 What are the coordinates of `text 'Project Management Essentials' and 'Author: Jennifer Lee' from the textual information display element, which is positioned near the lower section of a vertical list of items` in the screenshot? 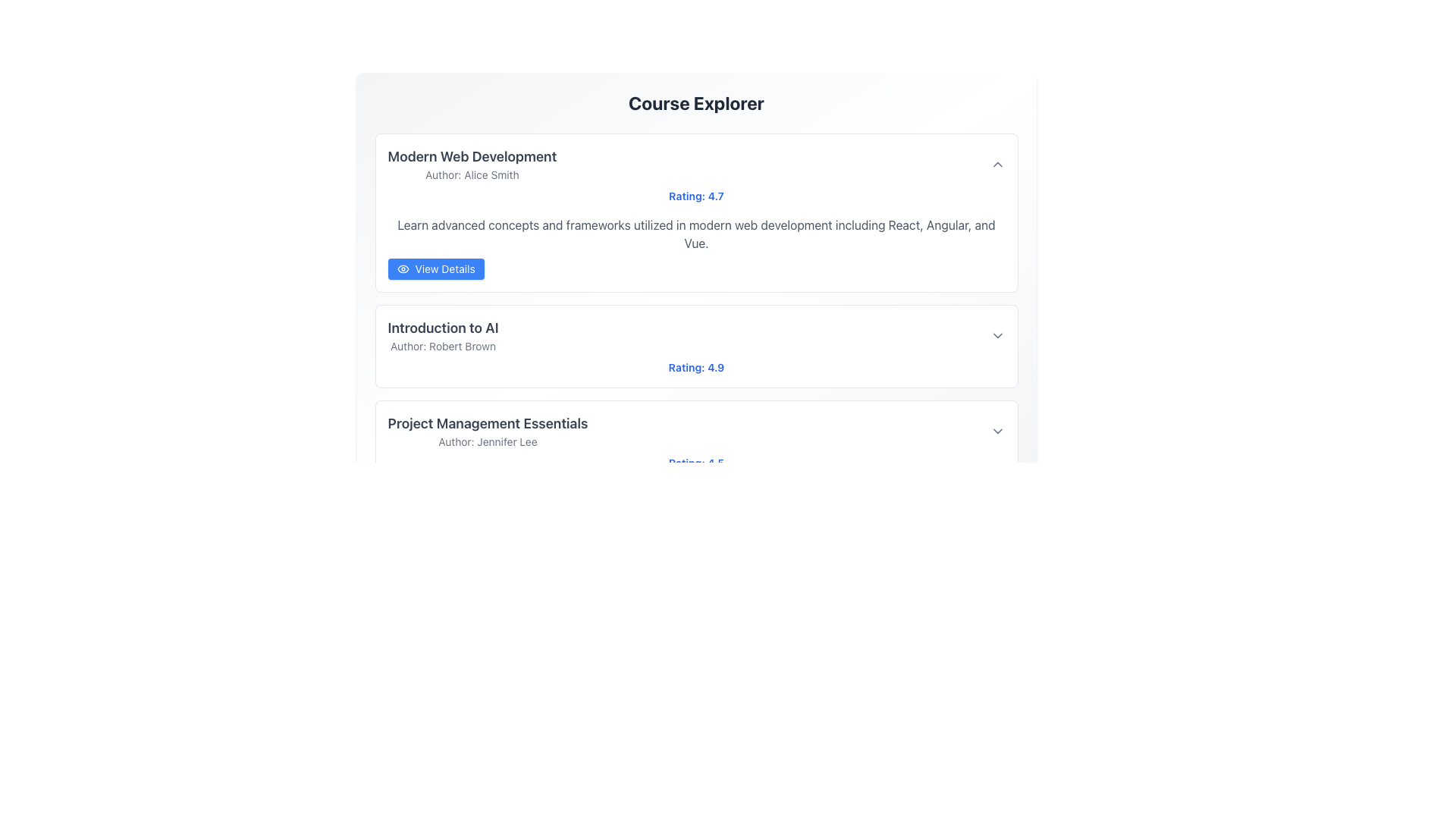 It's located at (488, 431).